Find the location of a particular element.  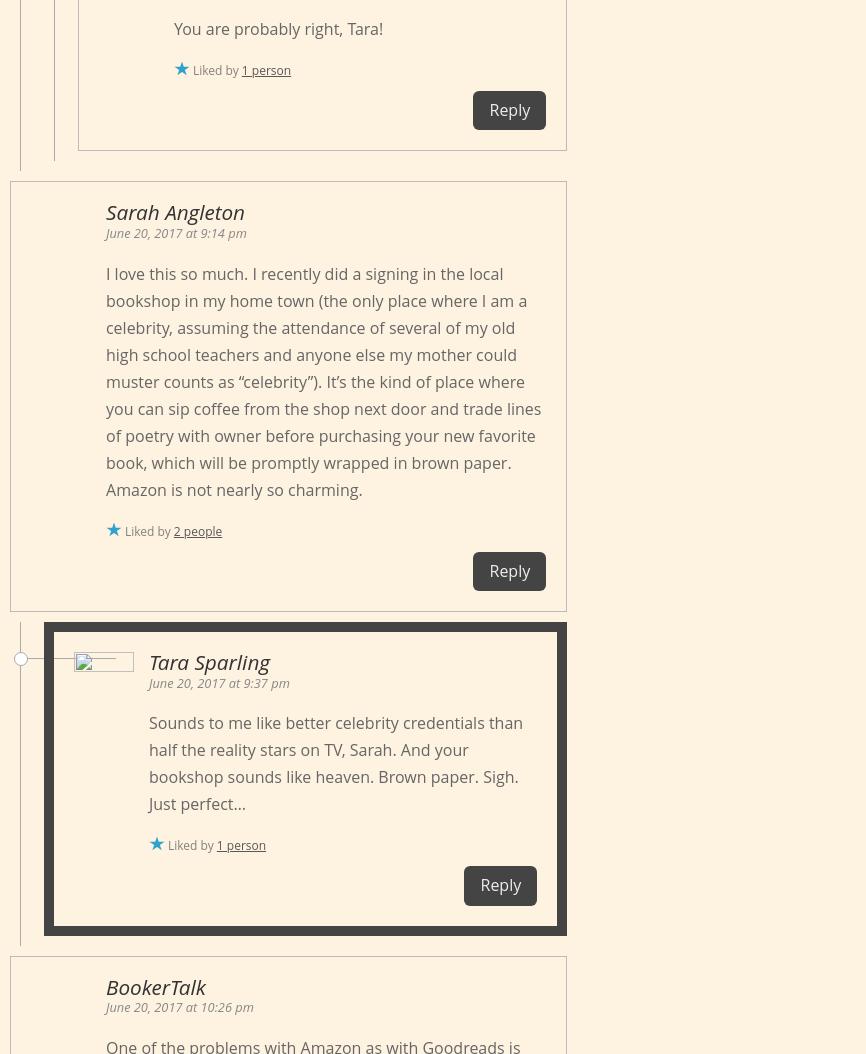

'You are probably right, Tara!' is located at coordinates (277, 28).